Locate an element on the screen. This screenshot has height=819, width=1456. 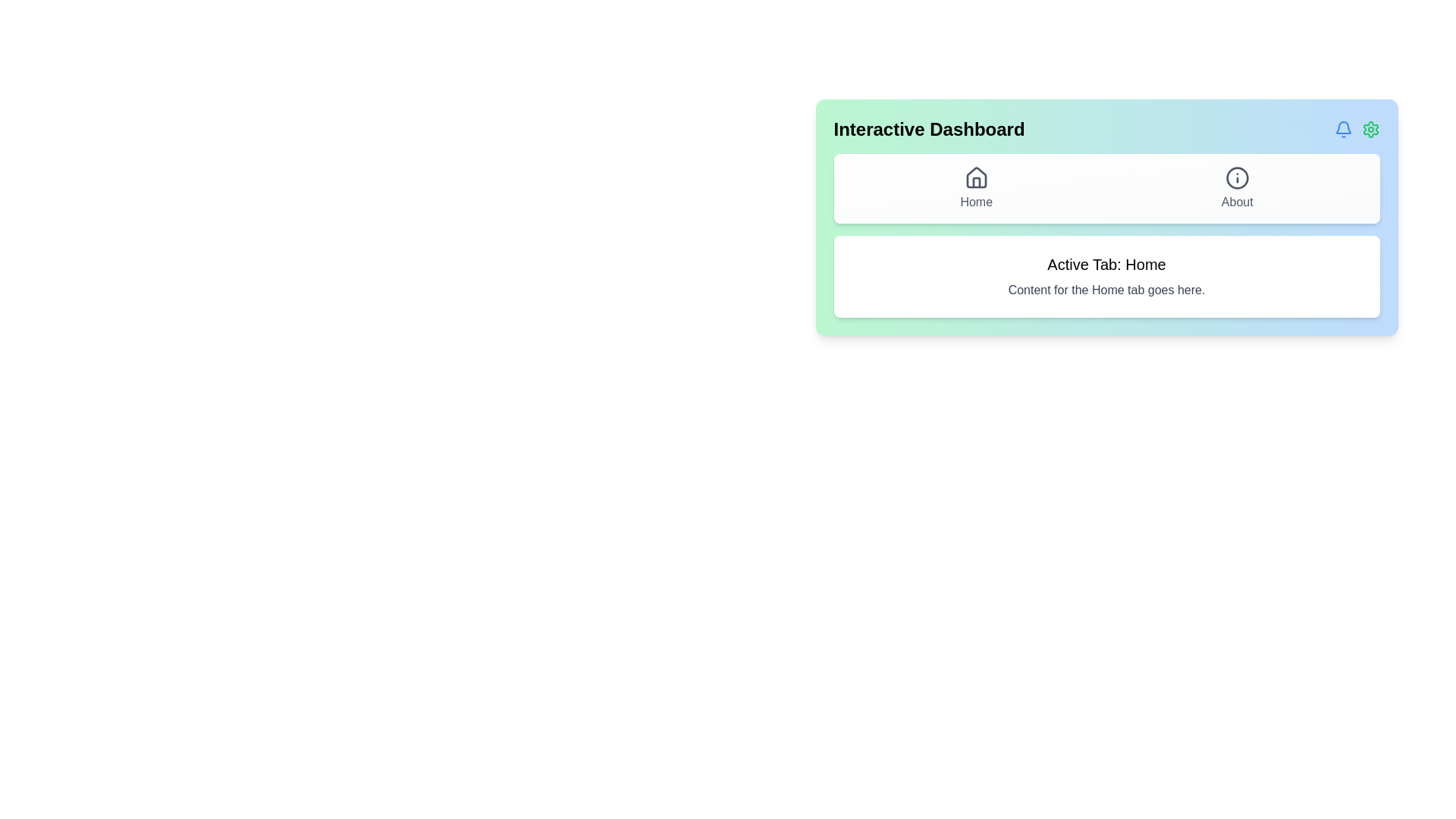
the decorative circular graphical component within the 'About' button, which is part of the informational icon styled with a dark border is located at coordinates (1237, 177).